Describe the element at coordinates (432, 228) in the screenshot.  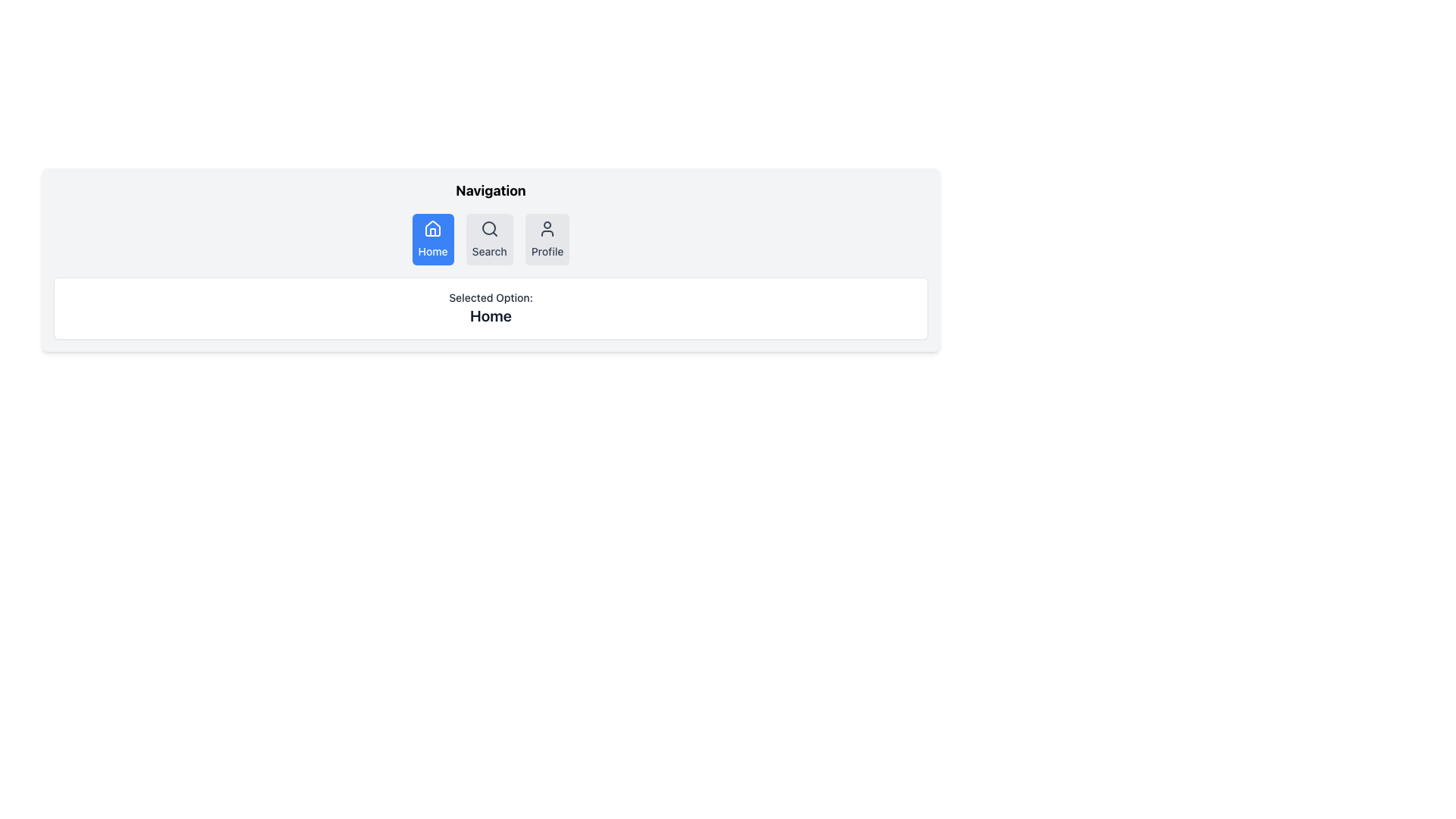
I see `the 'Home' navigational button icon located in the navigation bar` at that location.